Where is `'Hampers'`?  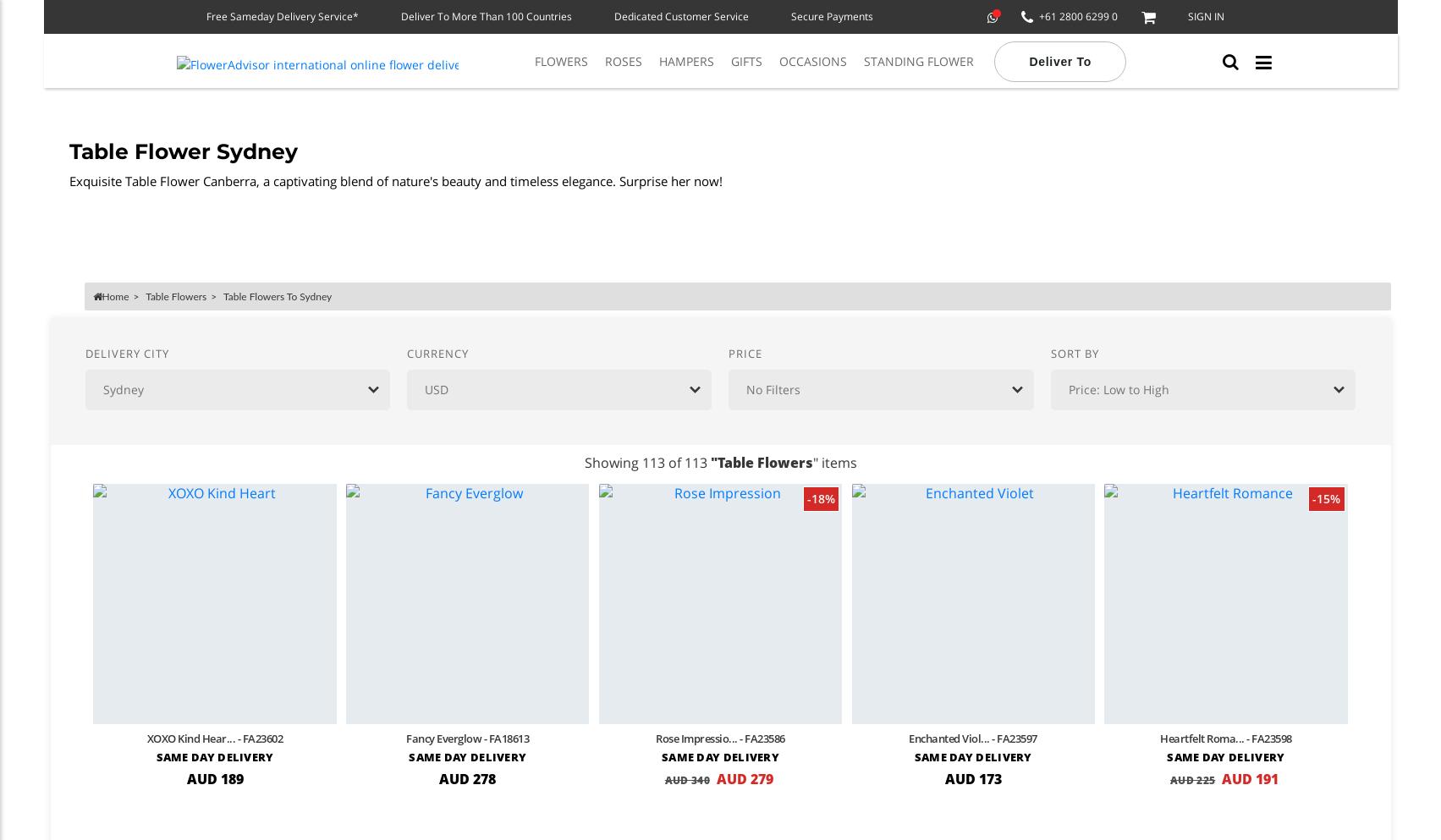 'Hampers' is located at coordinates (686, 61).